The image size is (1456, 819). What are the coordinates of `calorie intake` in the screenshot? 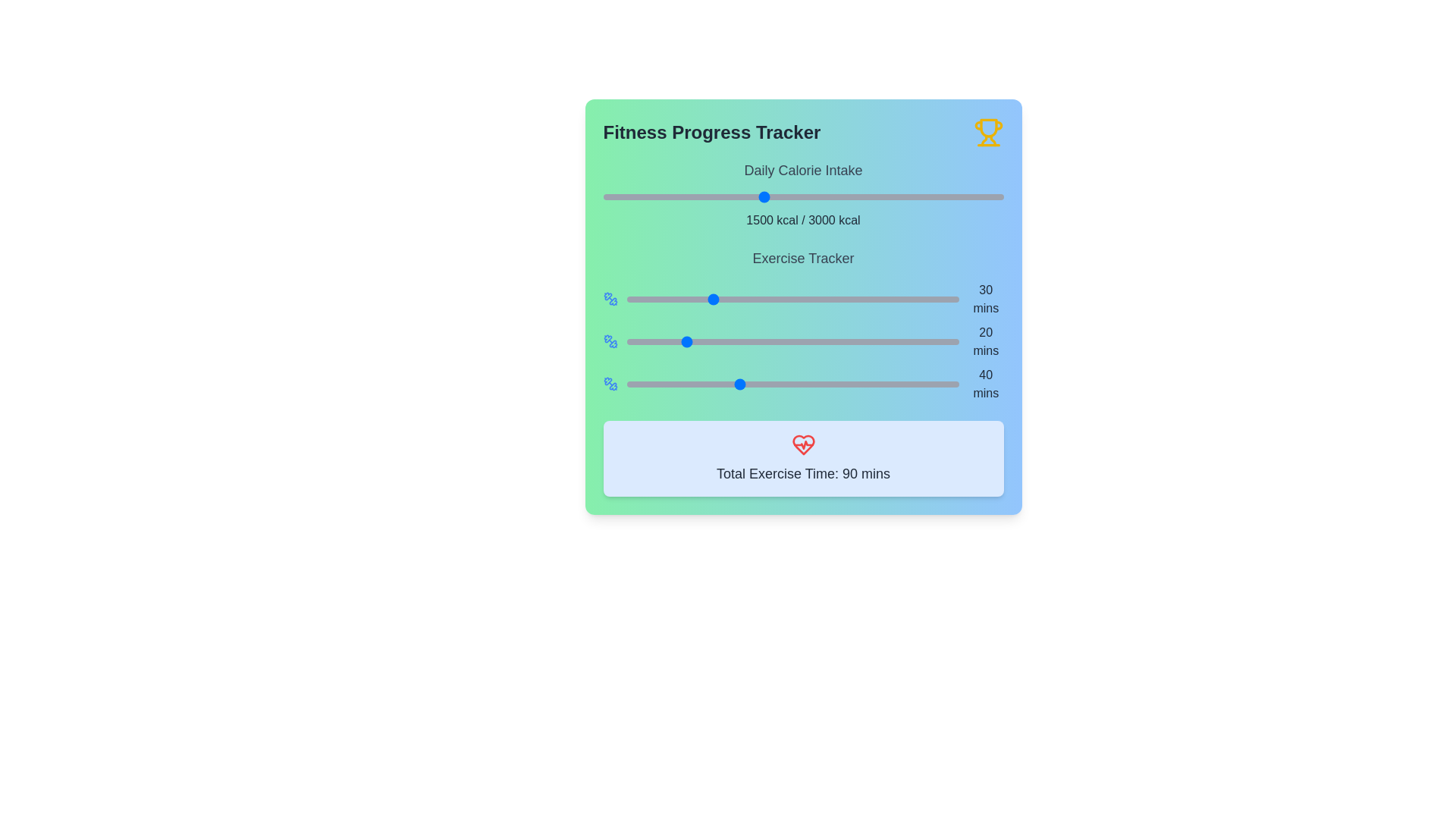 It's located at (839, 196).